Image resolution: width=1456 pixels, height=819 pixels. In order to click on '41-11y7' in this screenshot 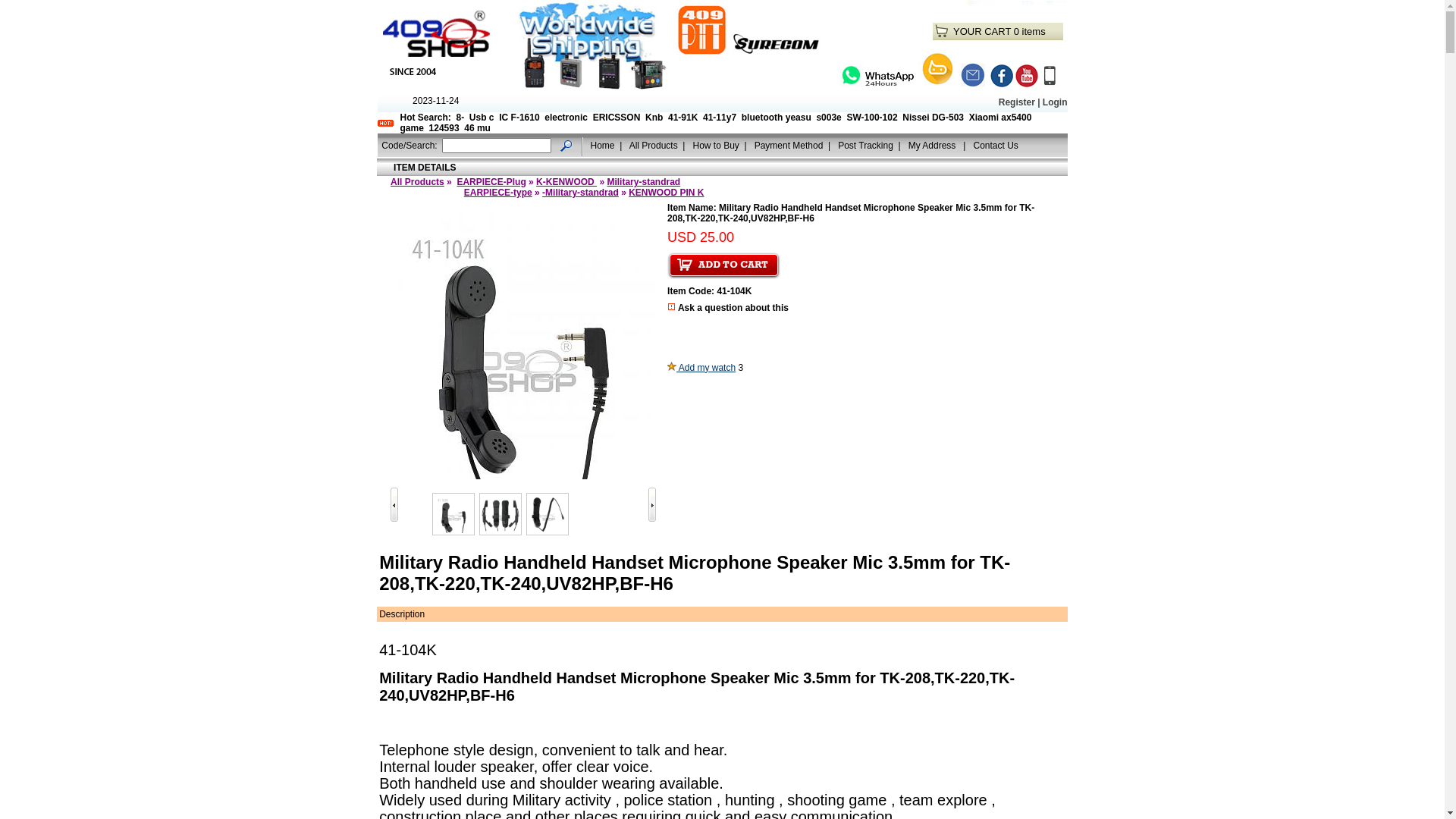, I will do `click(719, 116)`.